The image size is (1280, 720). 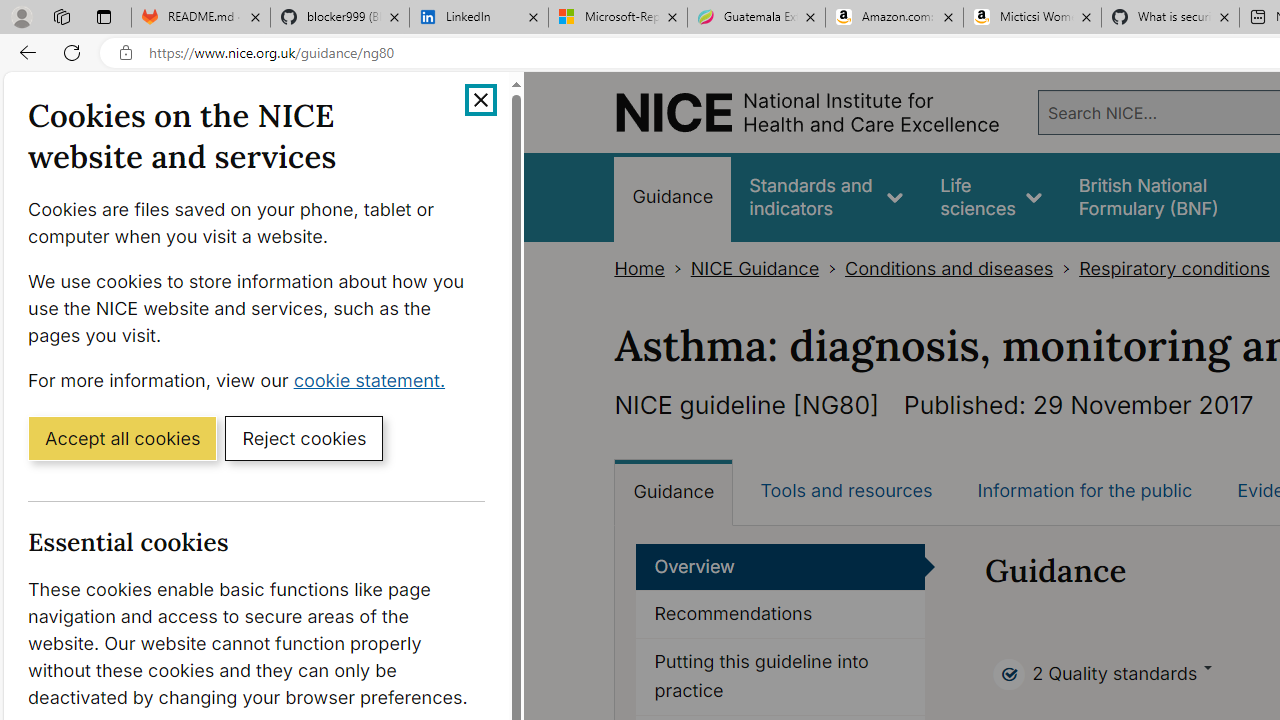 What do you see at coordinates (779, 676) in the screenshot?
I see `'Putting this guideline into practice'` at bounding box center [779, 676].